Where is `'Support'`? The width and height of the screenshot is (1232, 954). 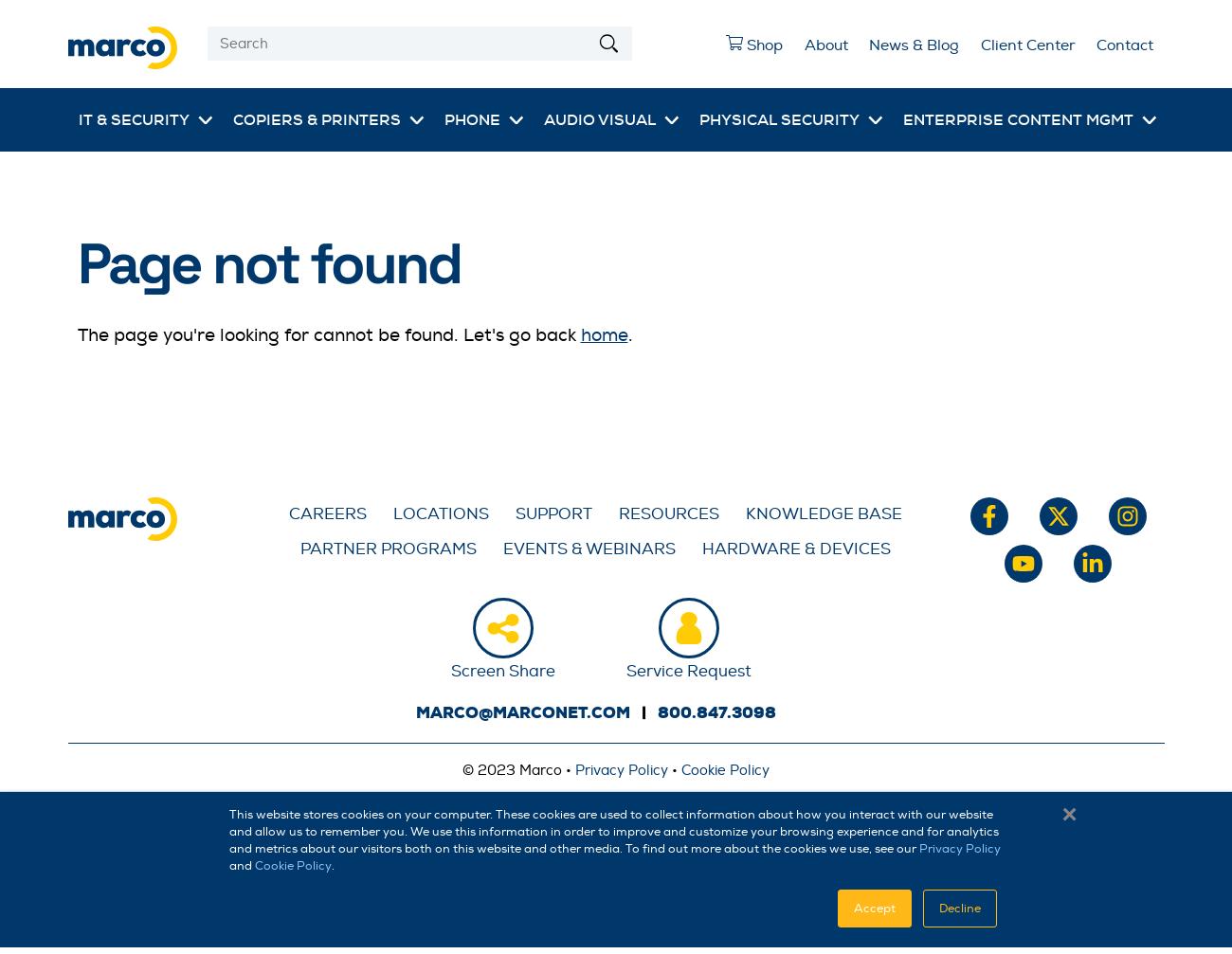 'Support' is located at coordinates (515, 513).